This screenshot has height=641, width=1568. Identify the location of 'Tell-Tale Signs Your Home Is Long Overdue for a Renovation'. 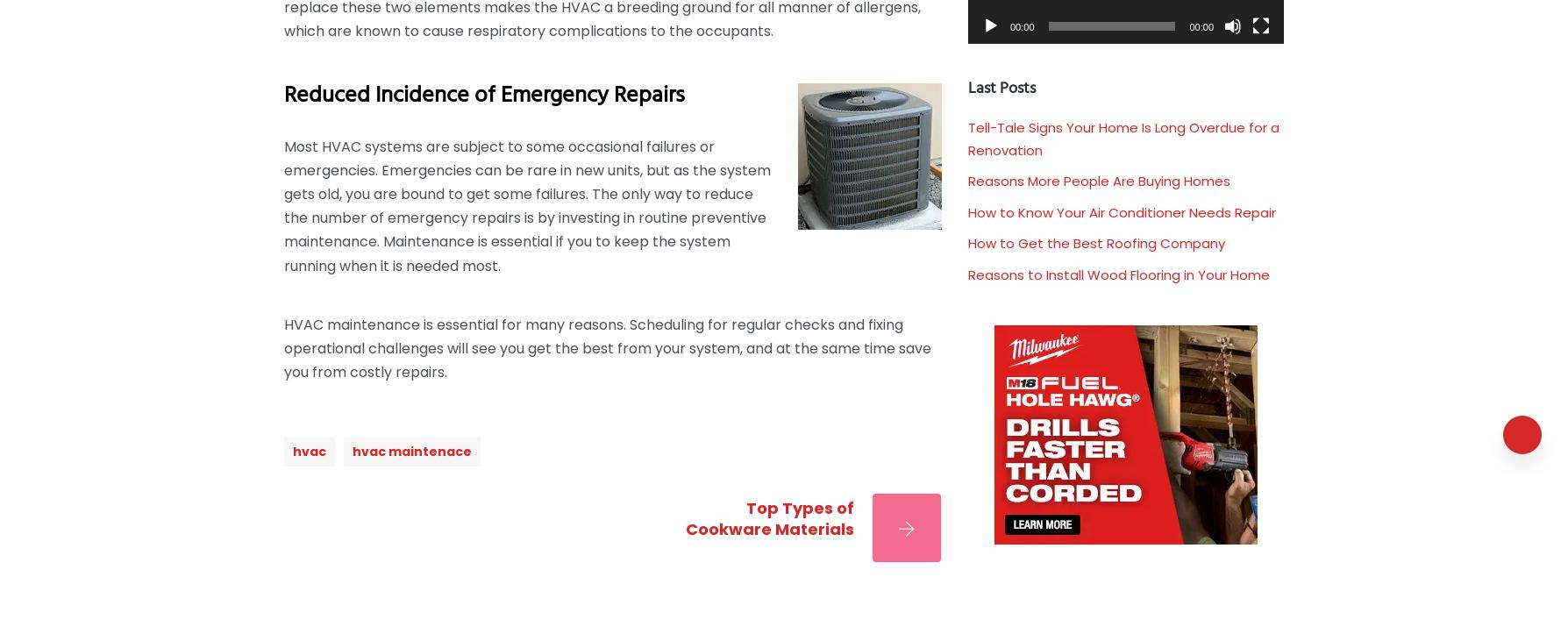
(1123, 138).